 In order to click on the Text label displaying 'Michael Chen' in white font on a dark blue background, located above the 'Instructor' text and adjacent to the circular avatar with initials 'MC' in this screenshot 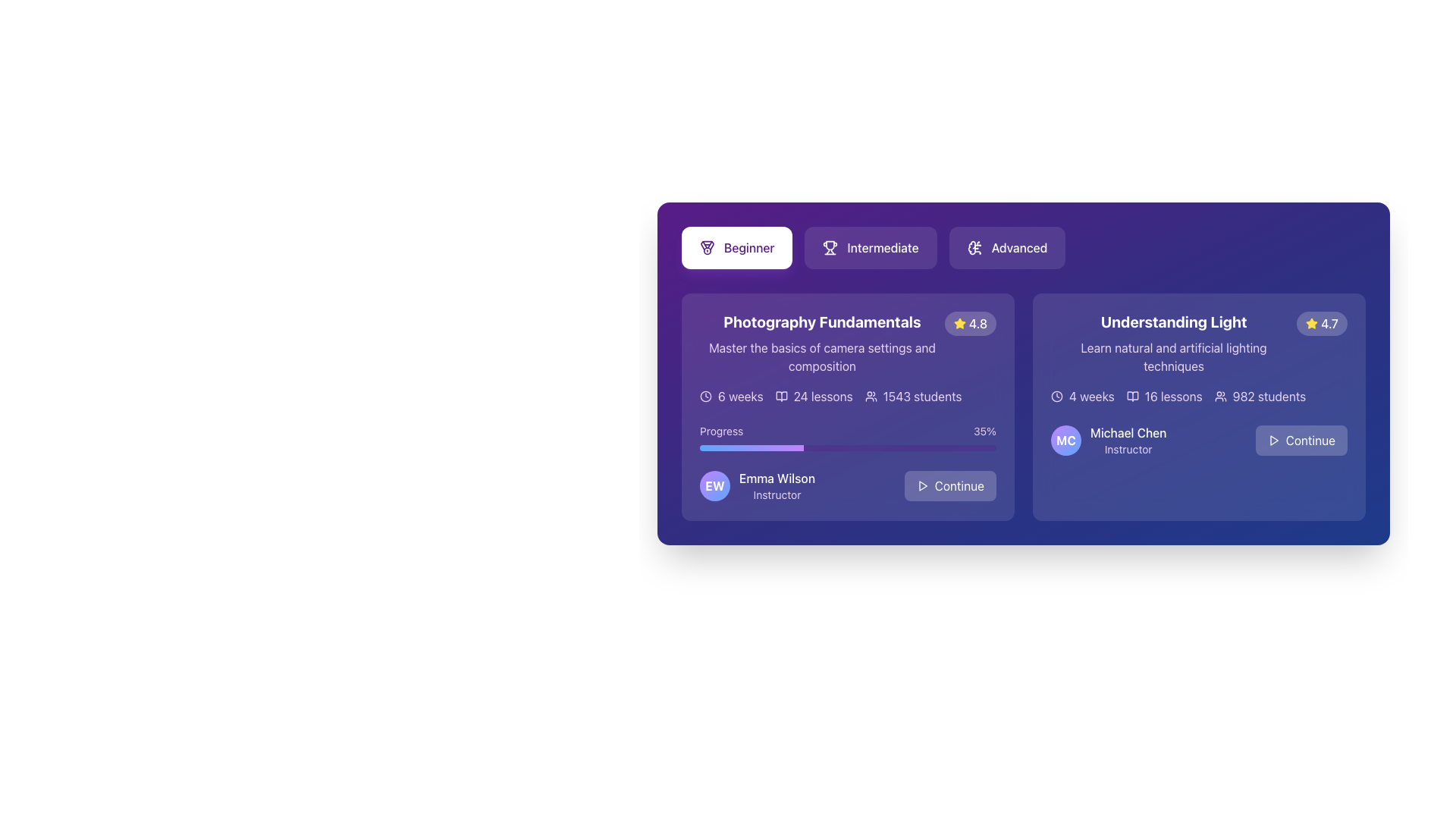, I will do `click(1128, 432)`.